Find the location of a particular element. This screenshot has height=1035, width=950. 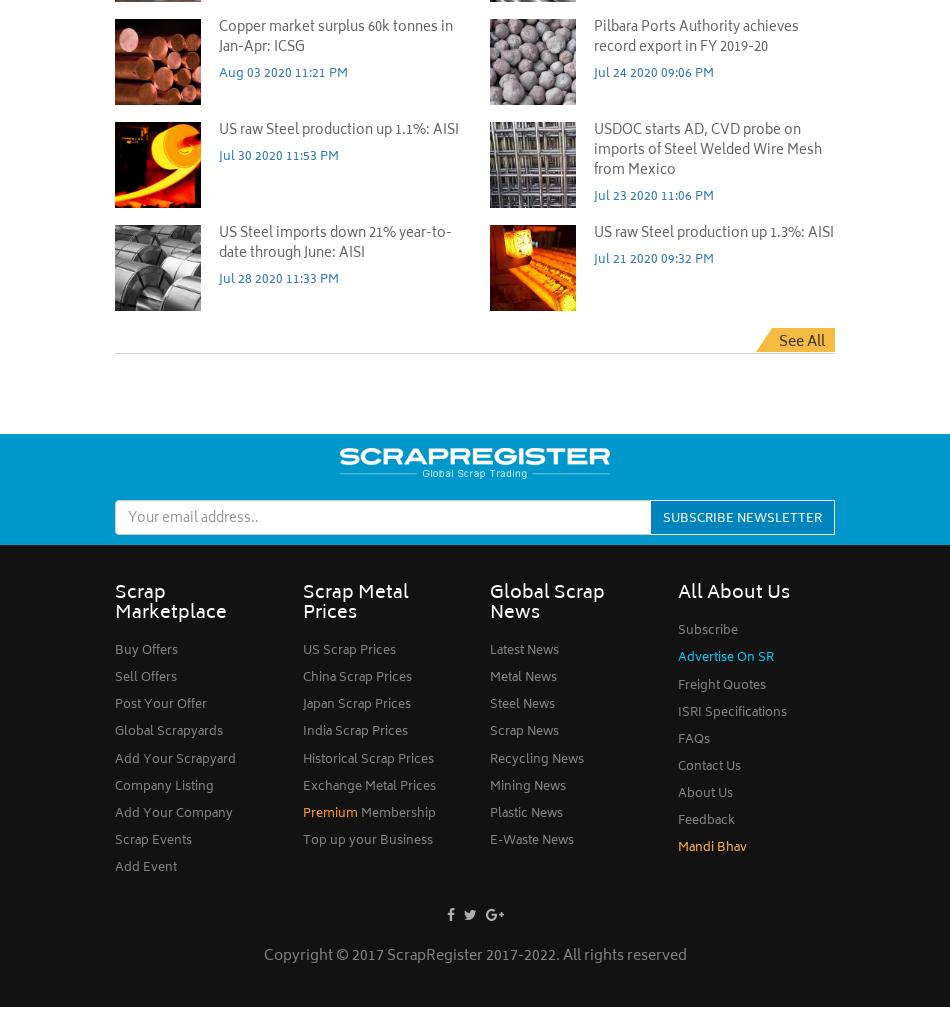

'Global Scrapyards' is located at coordinates (169, 731).